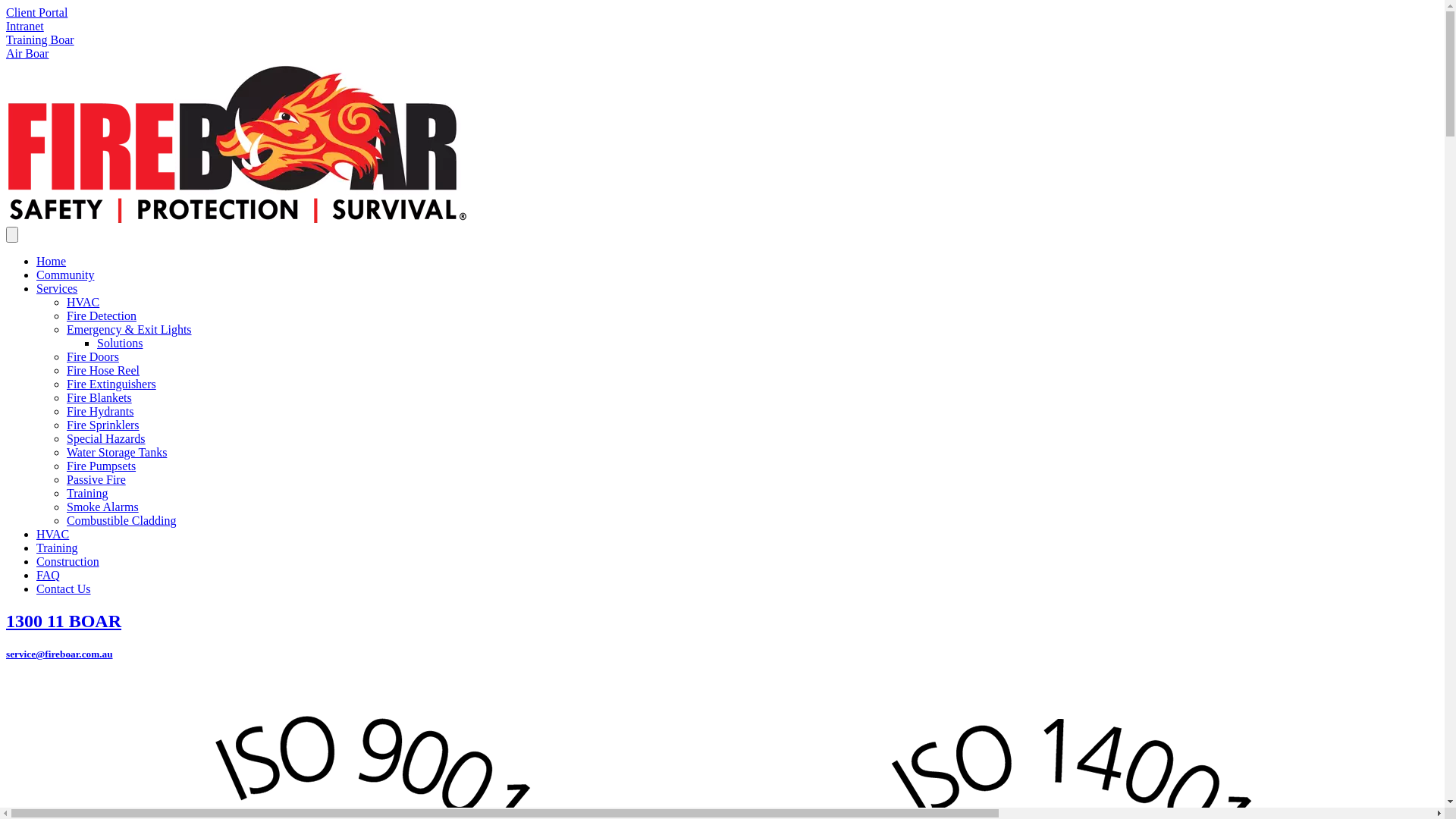 The image size is (1456, 819). I want to click on 'FAQ', so click(48, 575).